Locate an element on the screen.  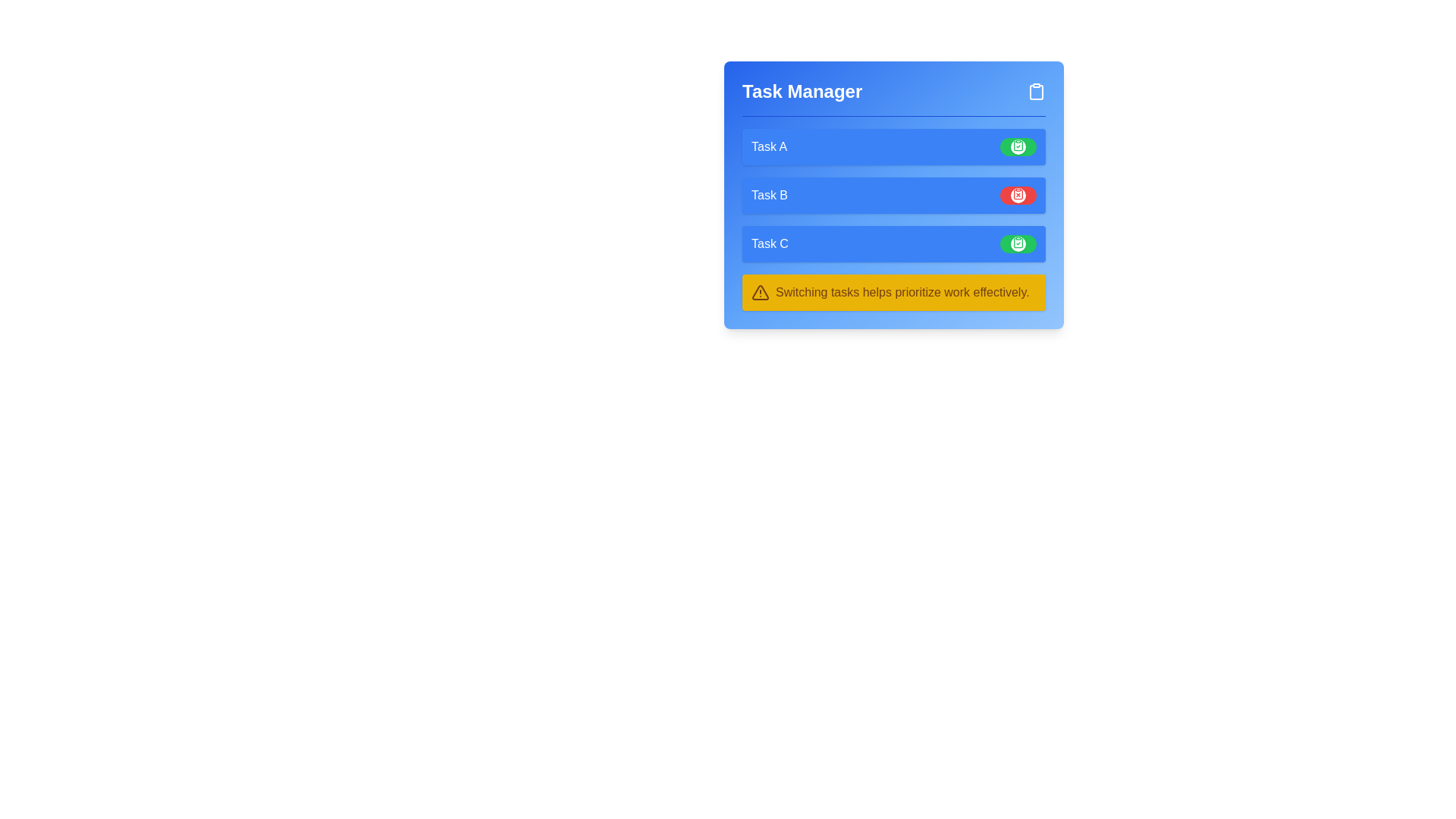
the static label displaying the name or title of the associated task located in the first task card of the Task Manager interface, aligned to the left of the toggle switch is located at coordinates (769, 146).